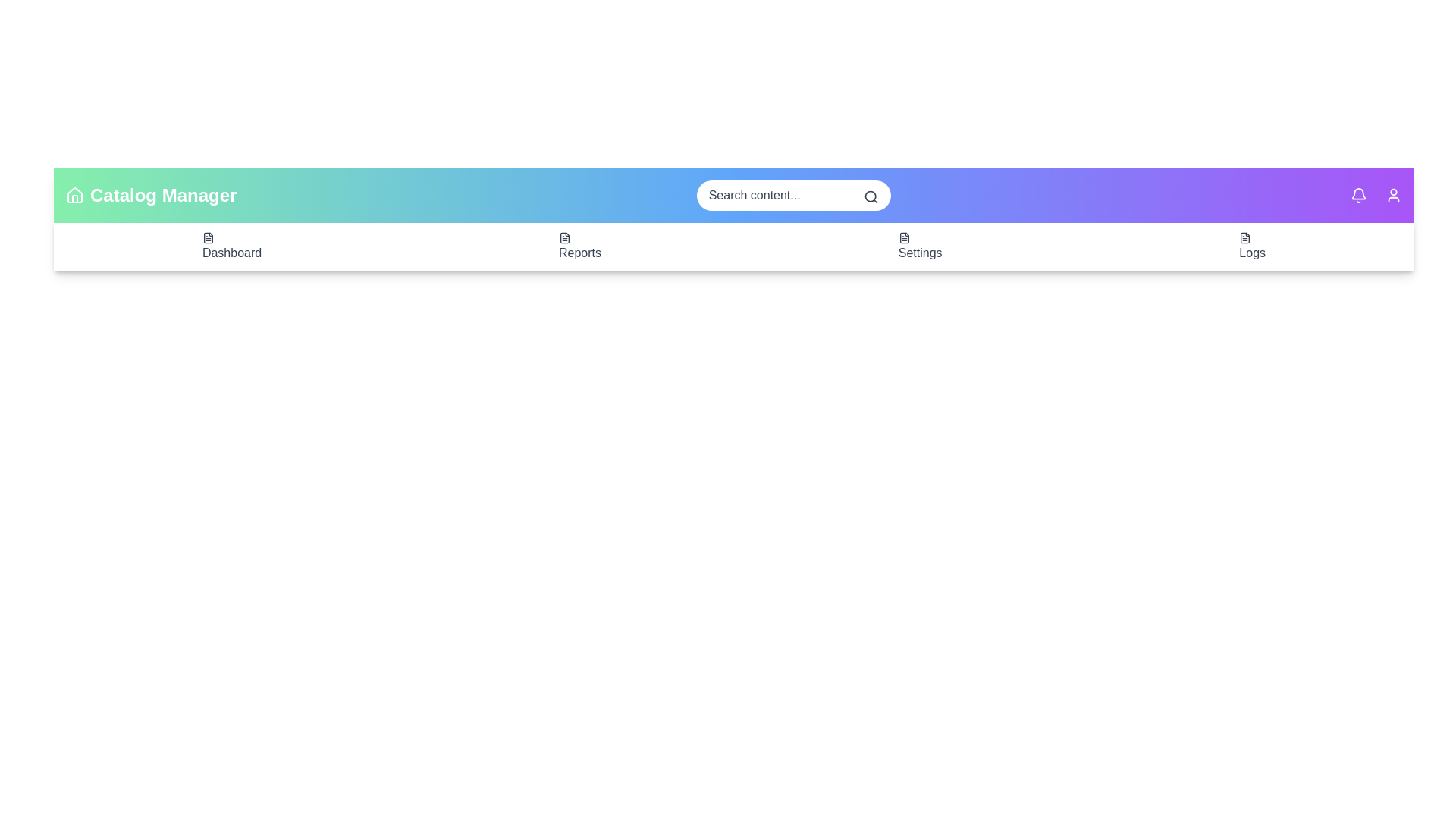 This screenshot has width=1456, height=819. I want to click on the Home icon to navigate to the home page, so click(74, 195).